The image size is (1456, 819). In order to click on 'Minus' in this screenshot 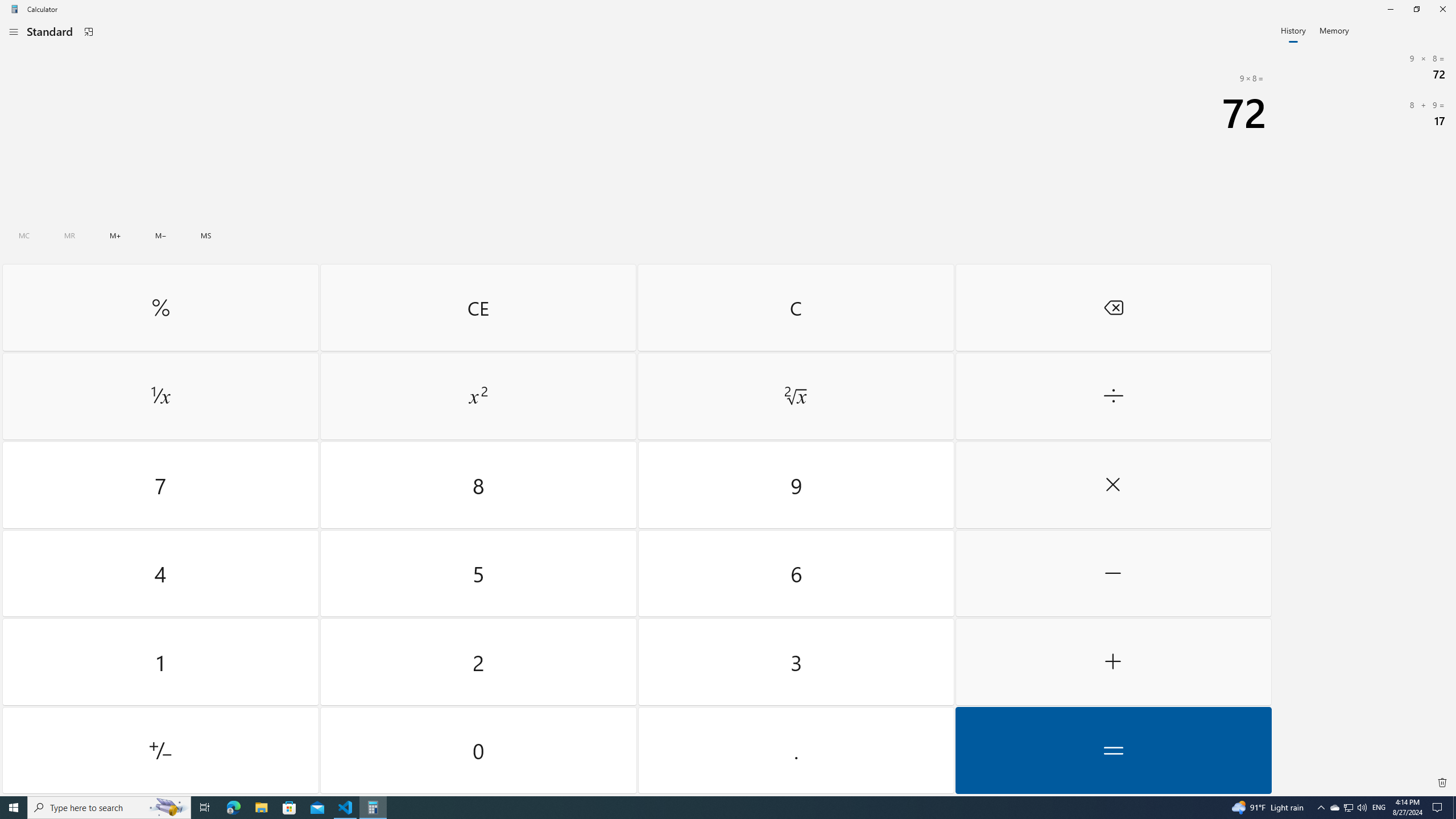, I will do `click(1112, 573)`.